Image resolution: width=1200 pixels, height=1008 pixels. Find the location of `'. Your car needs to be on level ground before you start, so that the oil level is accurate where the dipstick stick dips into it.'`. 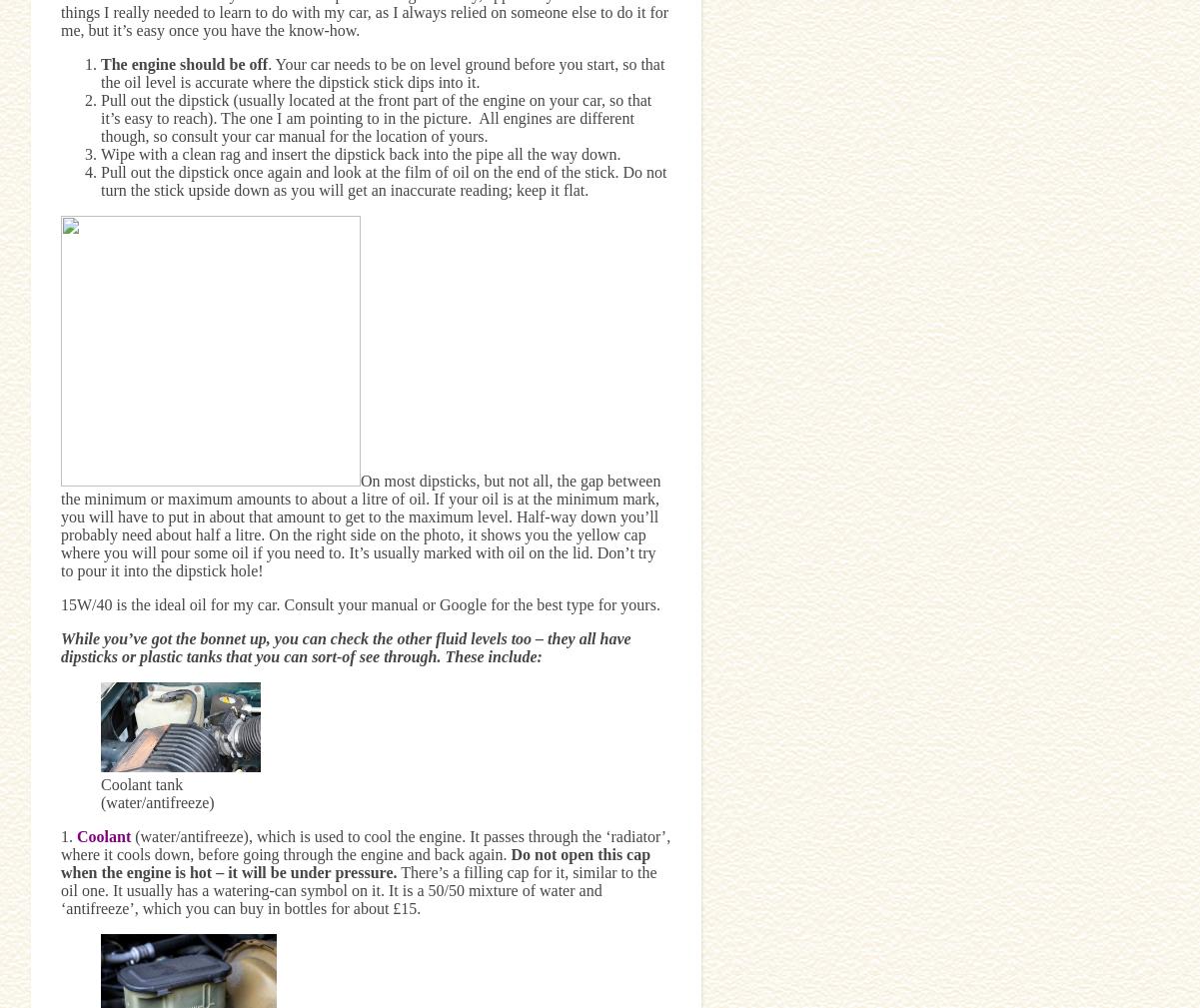

'. Your car needs to be on level ground before you start, so that the oil level is accurate where the dipstick stick dips into it.' is located at coordinates (381, 71).